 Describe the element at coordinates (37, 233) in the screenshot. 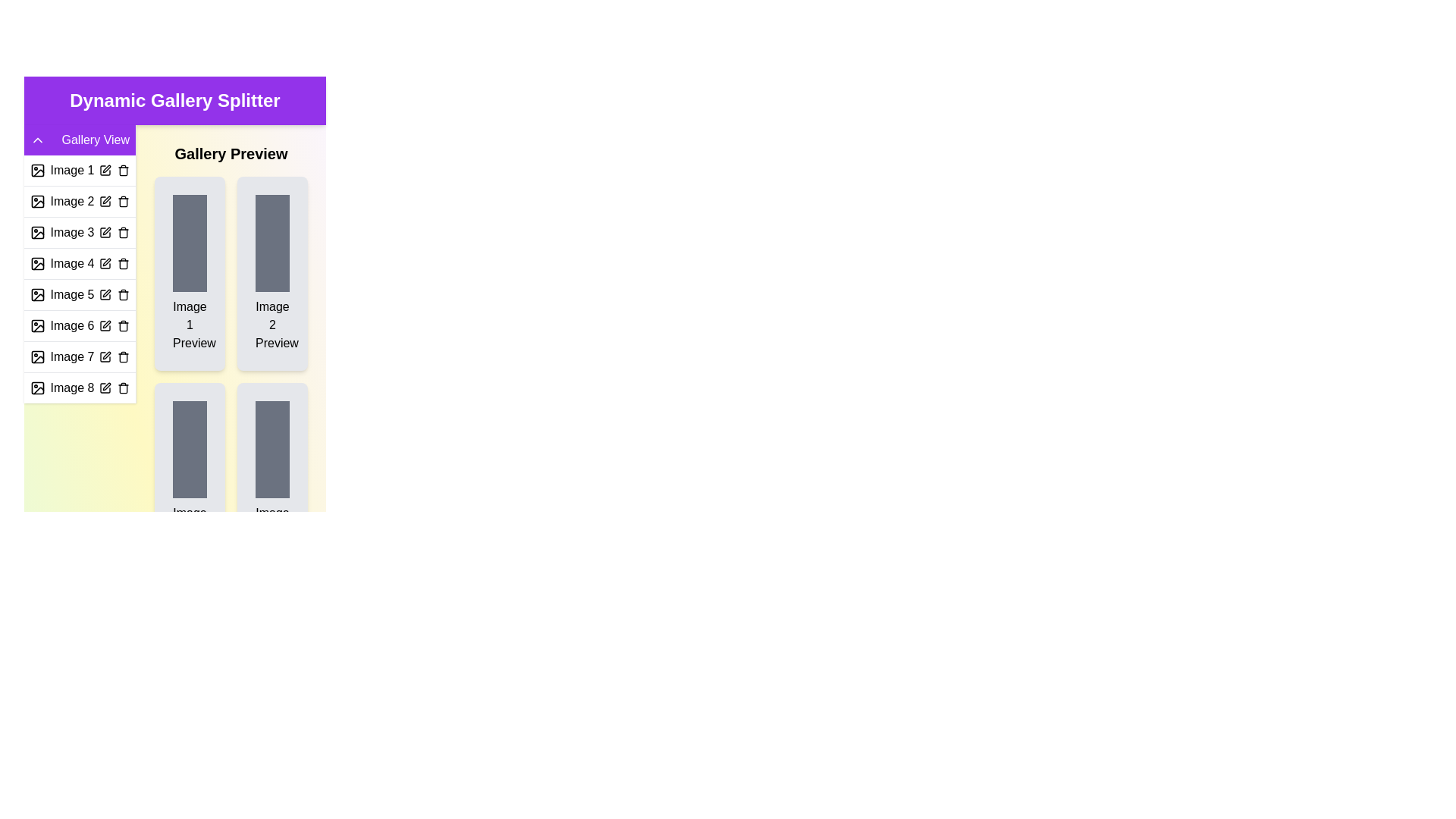

I see `the graphical icon resembling a picture frame with a broken image depiction` at that location.